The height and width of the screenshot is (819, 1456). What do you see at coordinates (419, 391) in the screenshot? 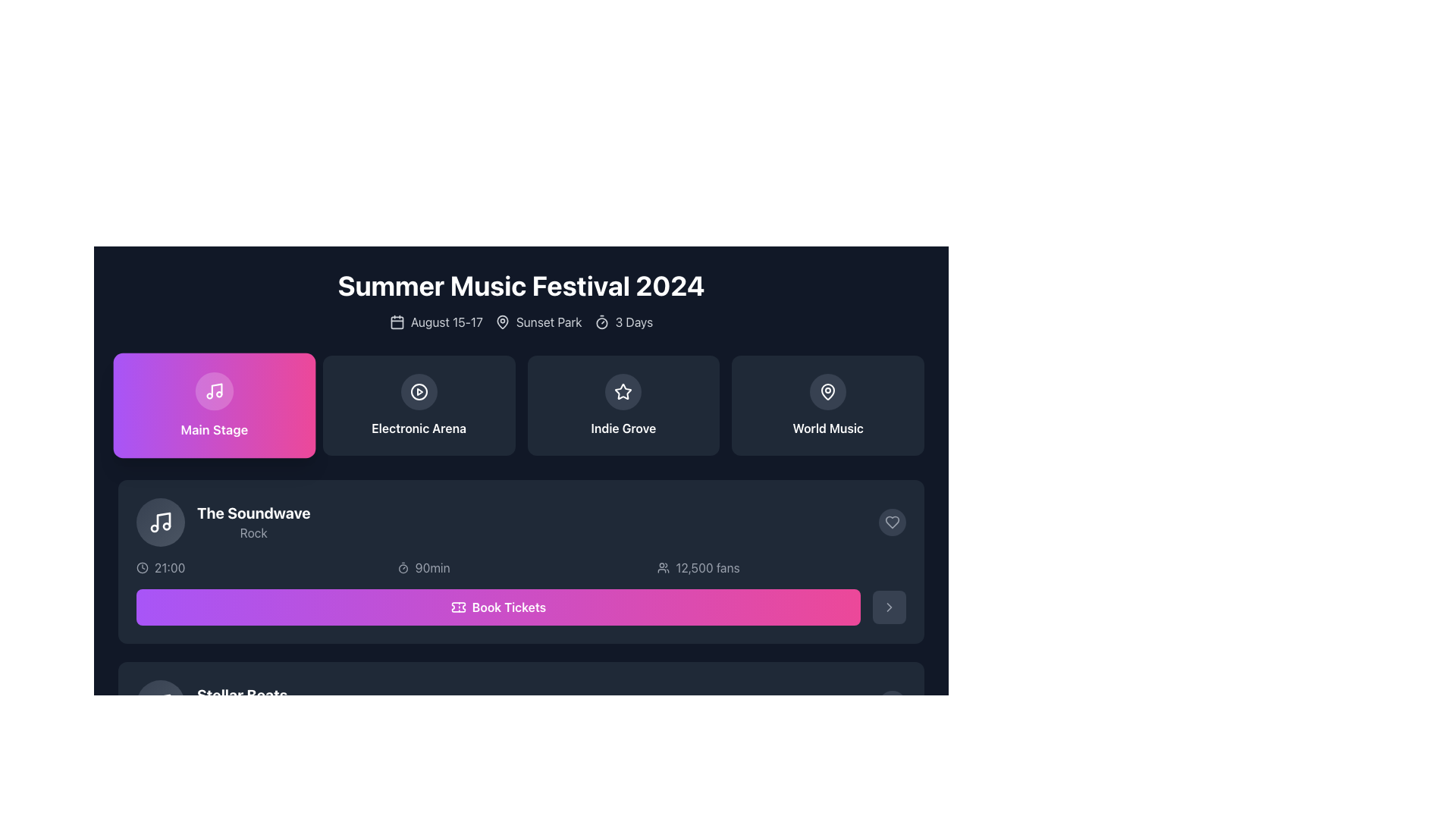
I see `the outer circular SVG element of the play button icon located in the 'Electronic Arena' section beneath the title 'Summer Music Festival 2024'` at bounding box center [419, 391].